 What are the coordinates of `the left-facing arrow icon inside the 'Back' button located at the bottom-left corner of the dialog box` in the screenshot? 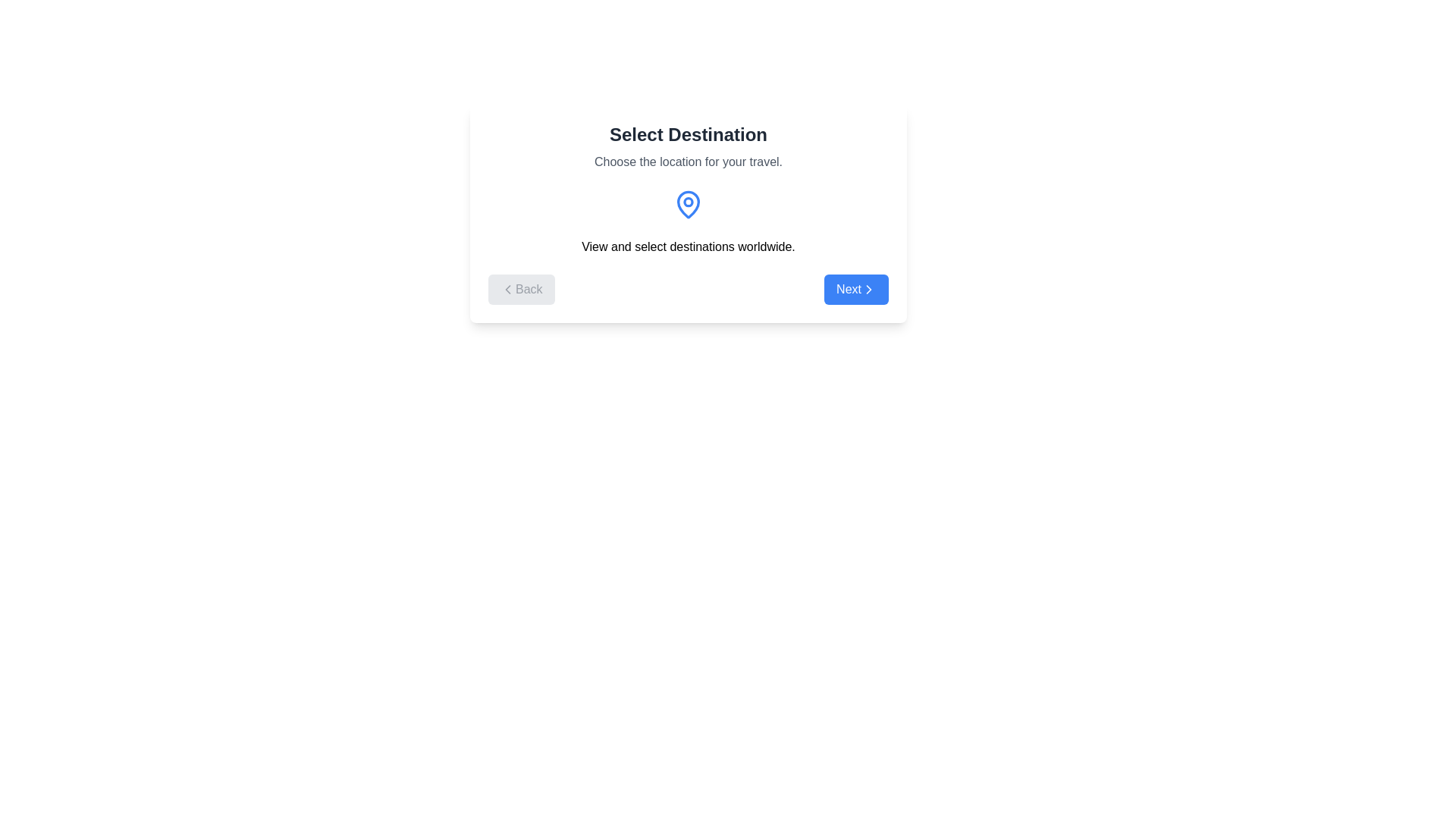 It's located at (508, 289).